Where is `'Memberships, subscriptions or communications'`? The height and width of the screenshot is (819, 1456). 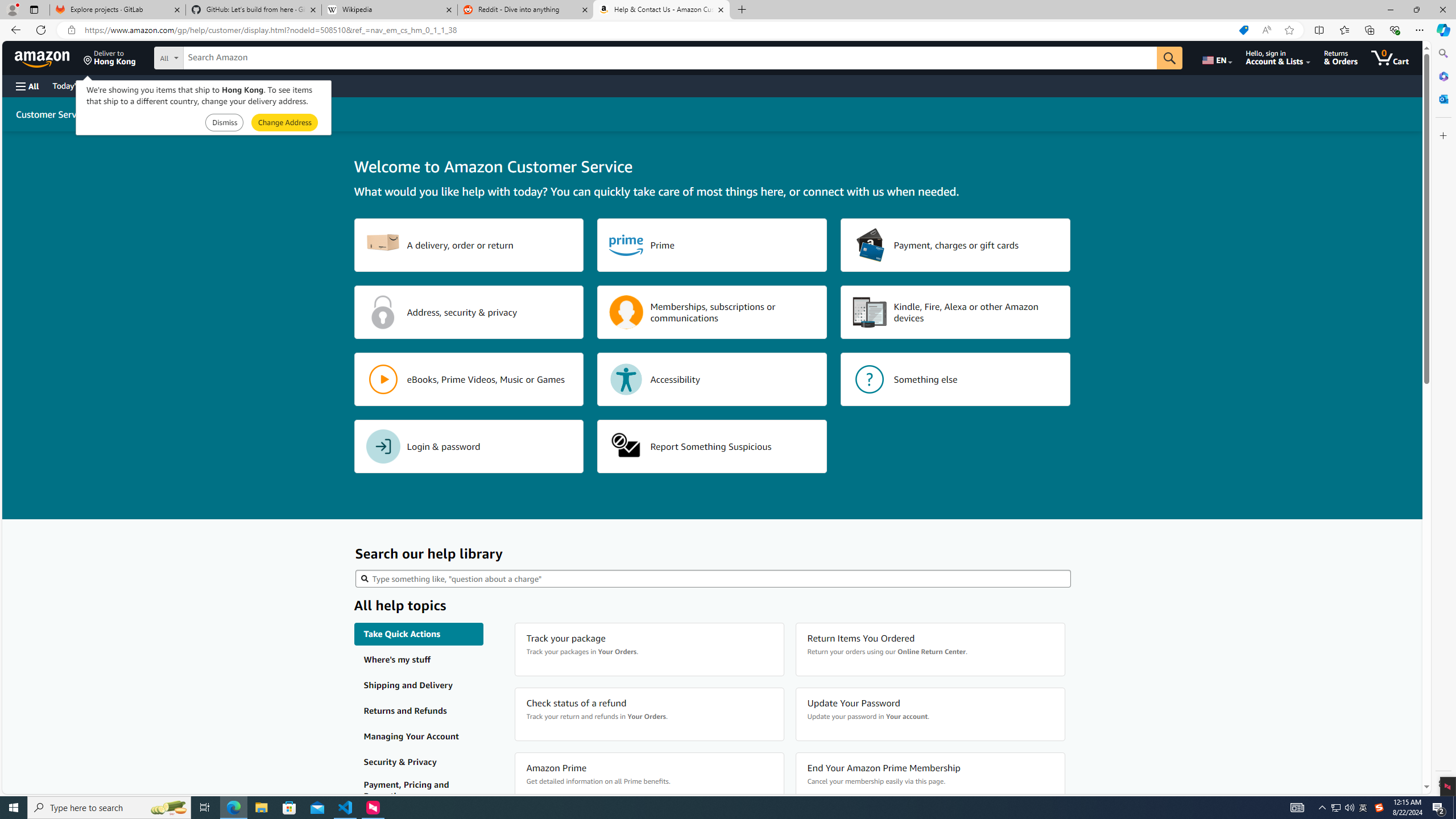
'Memberships, subscriptions or communications' is located at coordinates (712, 312).